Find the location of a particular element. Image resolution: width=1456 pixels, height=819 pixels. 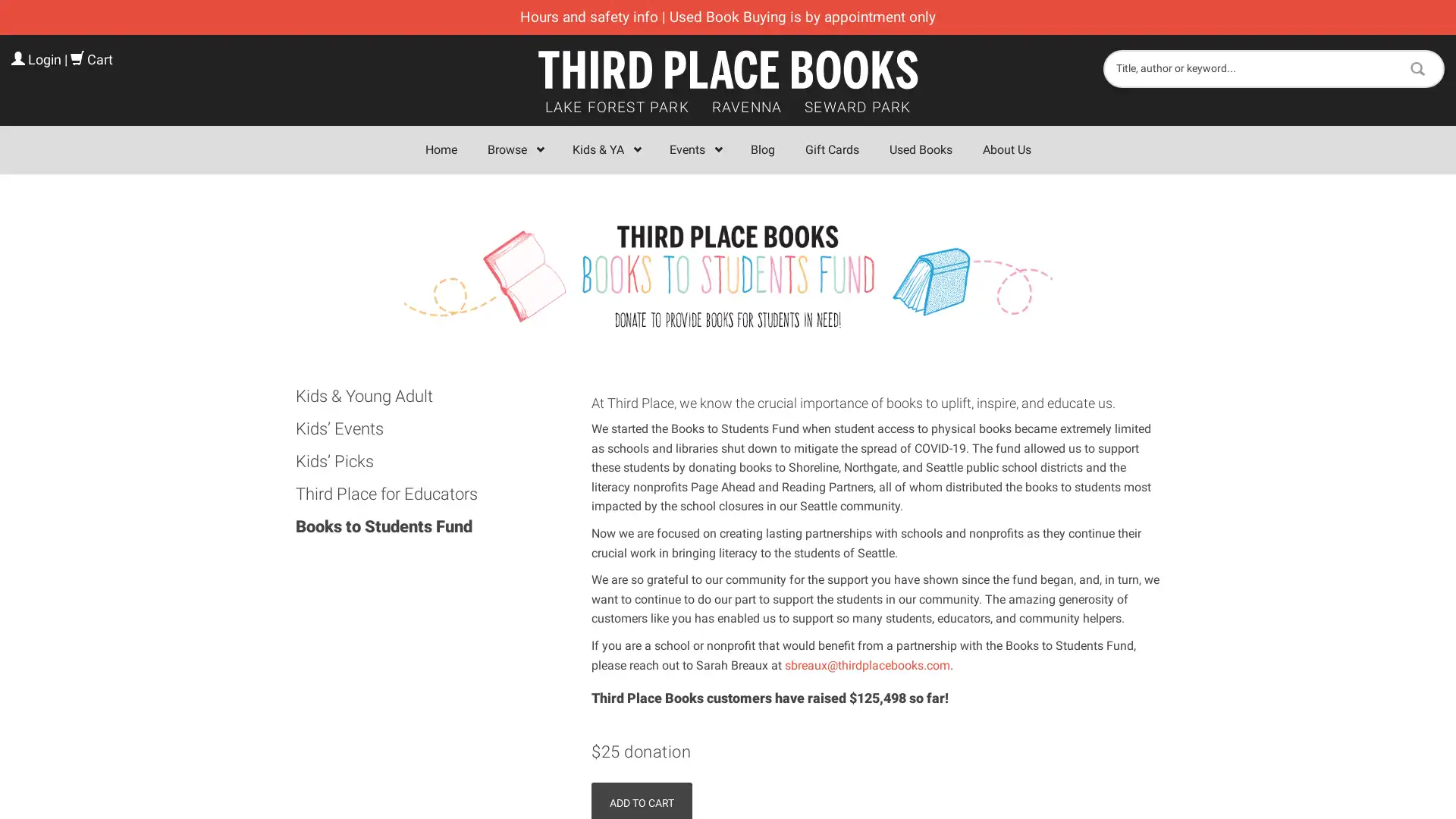

Sign Up! is located at coordinates (728, 564).